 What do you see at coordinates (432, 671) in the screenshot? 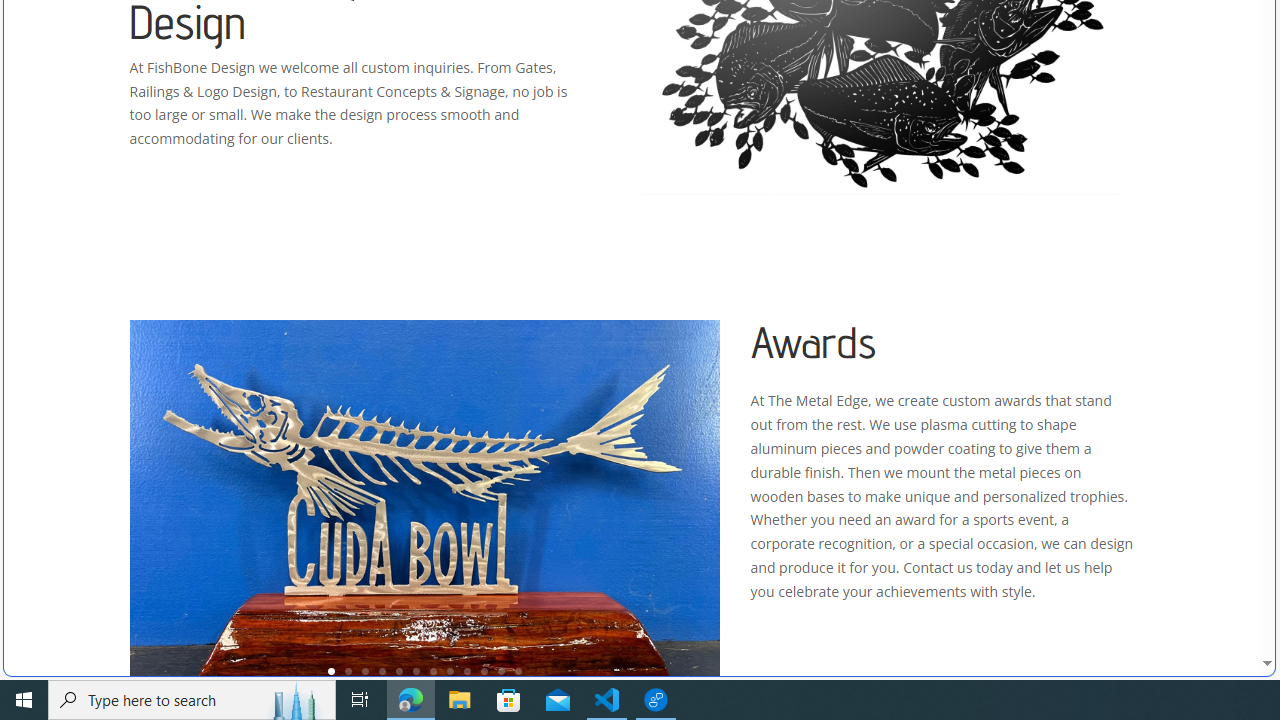
I see `'7'` at bounding box center [432, 671].